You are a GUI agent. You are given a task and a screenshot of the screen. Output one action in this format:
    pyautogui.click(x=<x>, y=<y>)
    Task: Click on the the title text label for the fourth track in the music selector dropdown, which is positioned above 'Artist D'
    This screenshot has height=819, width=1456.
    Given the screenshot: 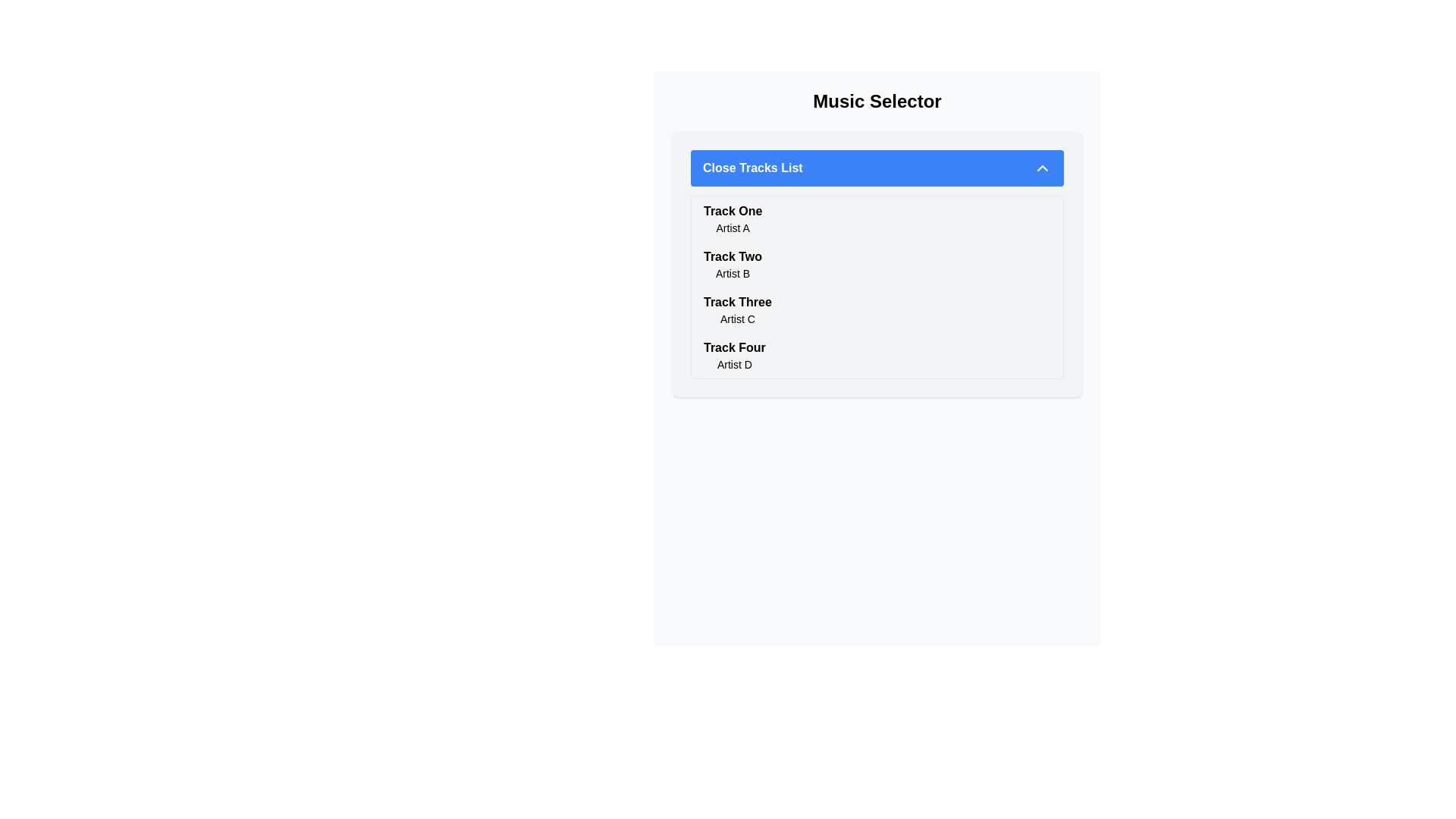 What is the action you would take?
    pyautogui.click(x=734, y=348)
    